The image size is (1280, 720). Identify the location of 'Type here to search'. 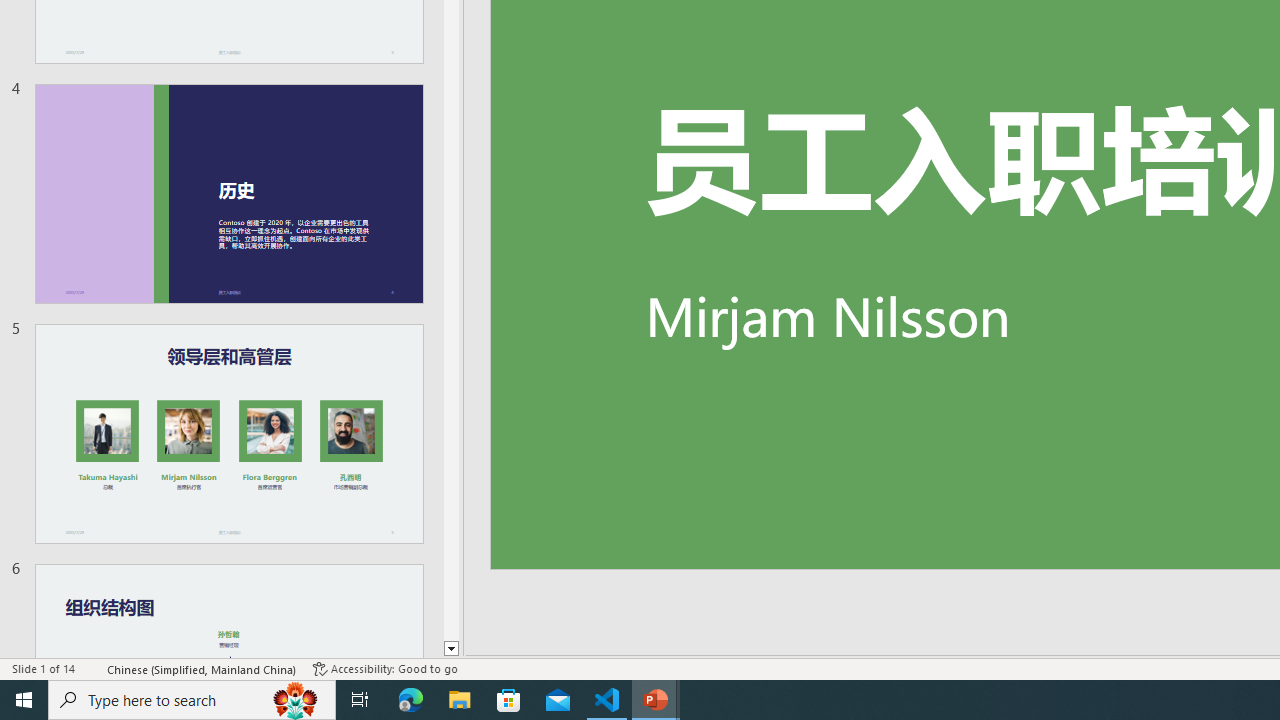
(192, 698).